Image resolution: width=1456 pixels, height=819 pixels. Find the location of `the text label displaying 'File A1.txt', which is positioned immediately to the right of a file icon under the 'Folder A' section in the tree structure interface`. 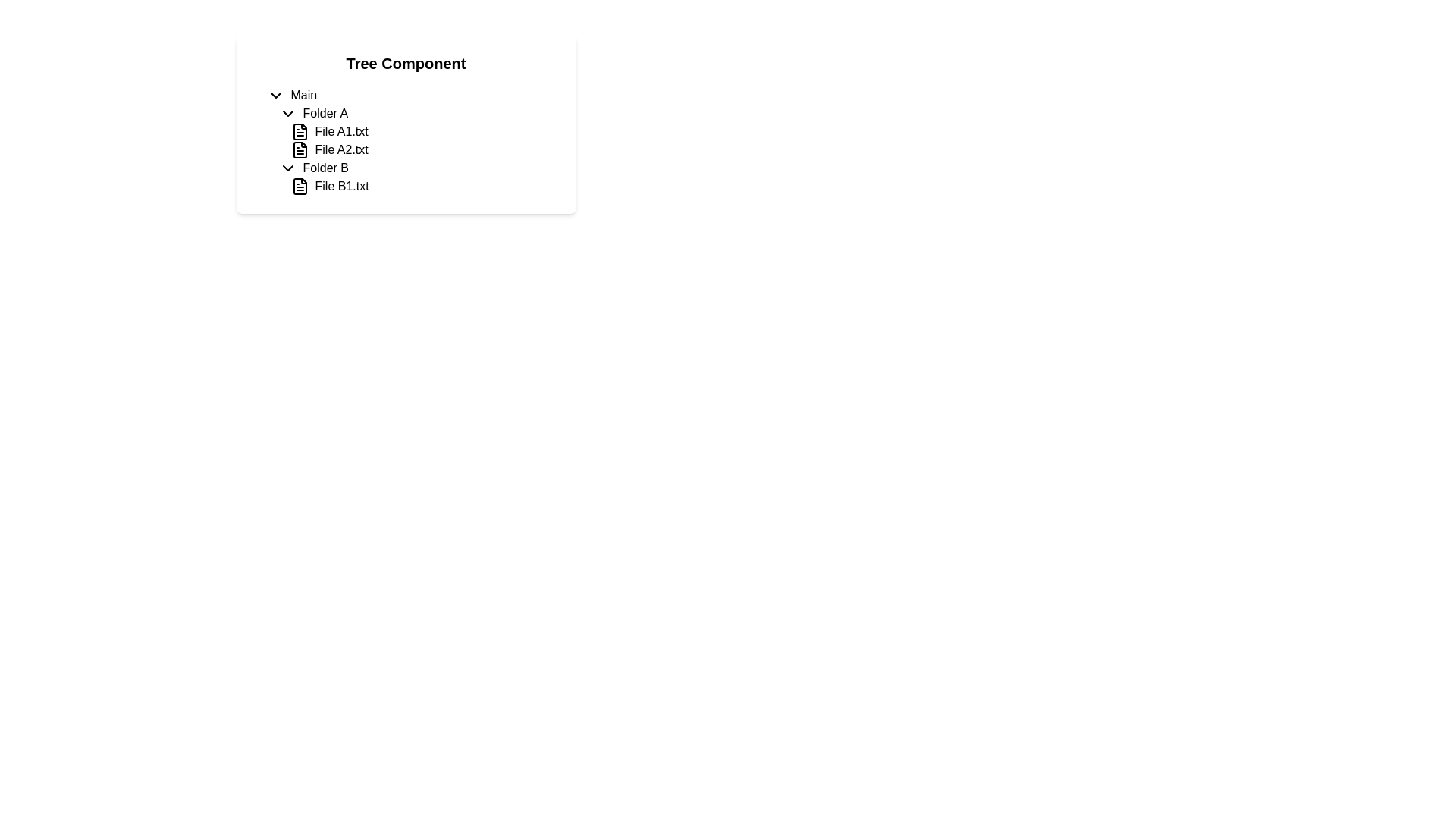

the text label displaying 'File A1.txt', which is positioned immediately to the right of a file icon under the 'Folder A' section in the tree structure interface is located at coordinates (340, 130).